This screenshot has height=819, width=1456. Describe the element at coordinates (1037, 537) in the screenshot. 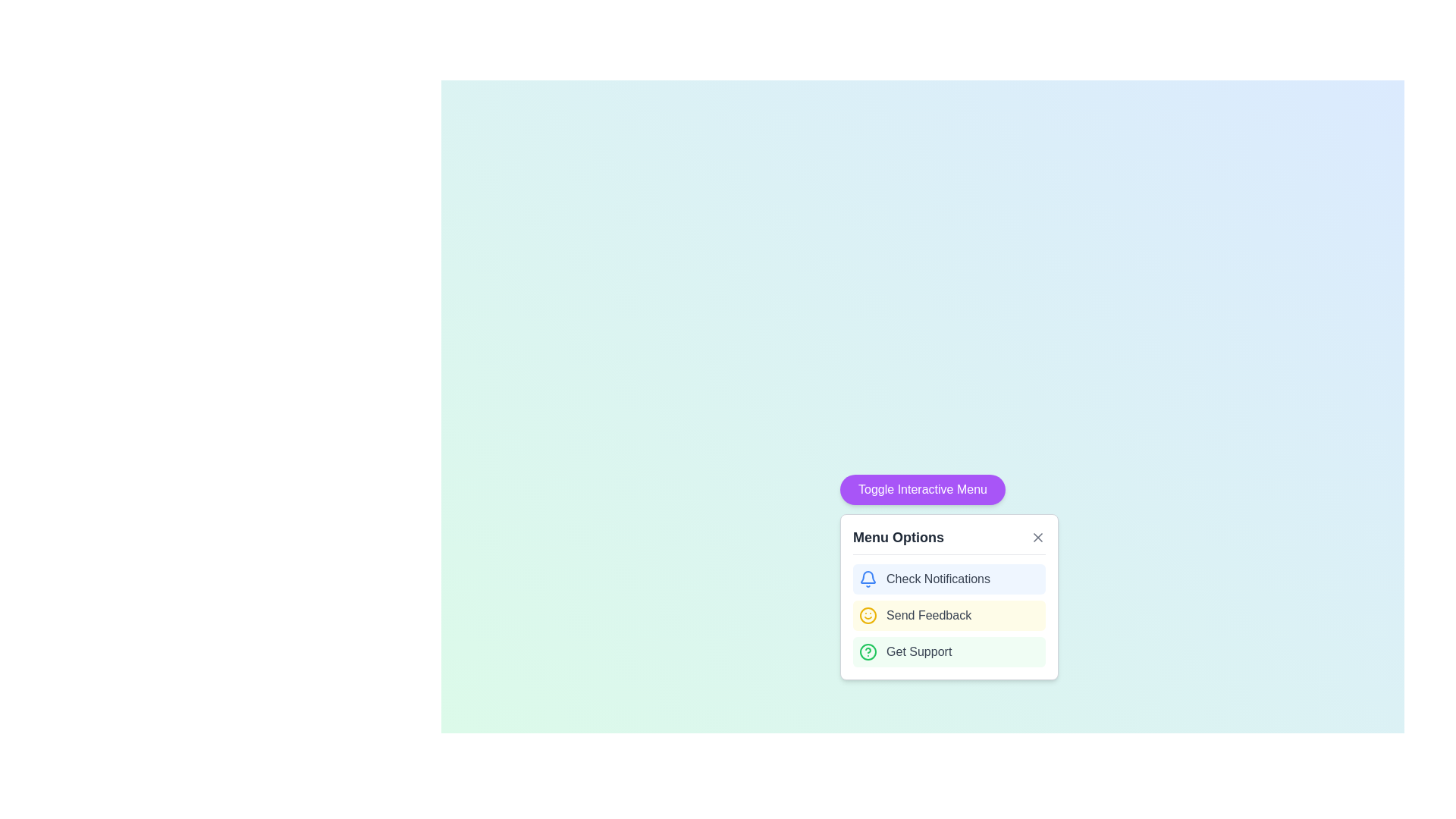

I see `the close button located at the upper-right corner of the 'Menu Options' section` at that location.